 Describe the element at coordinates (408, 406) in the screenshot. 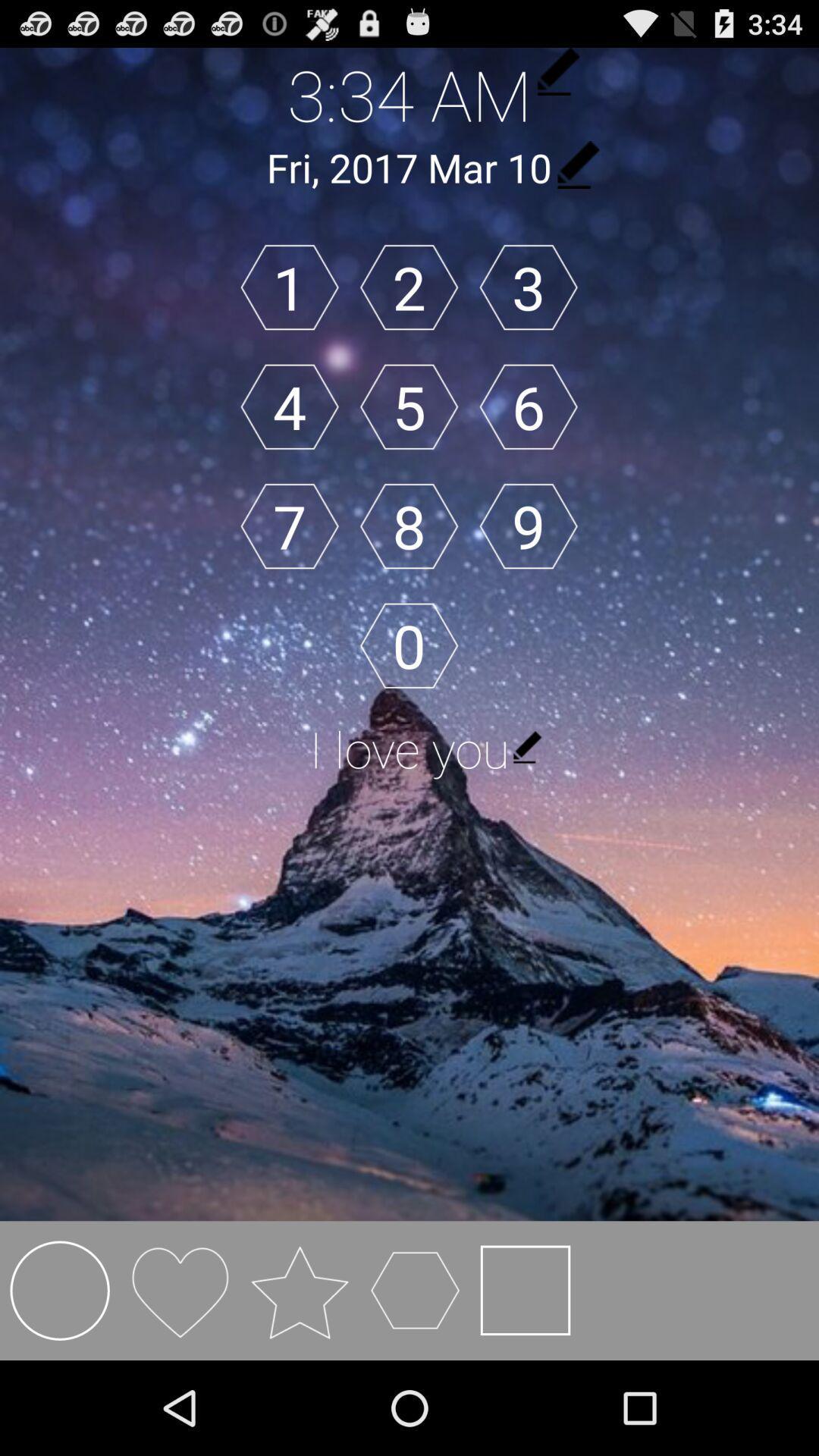

I see `icon to the left of 6` at that location.